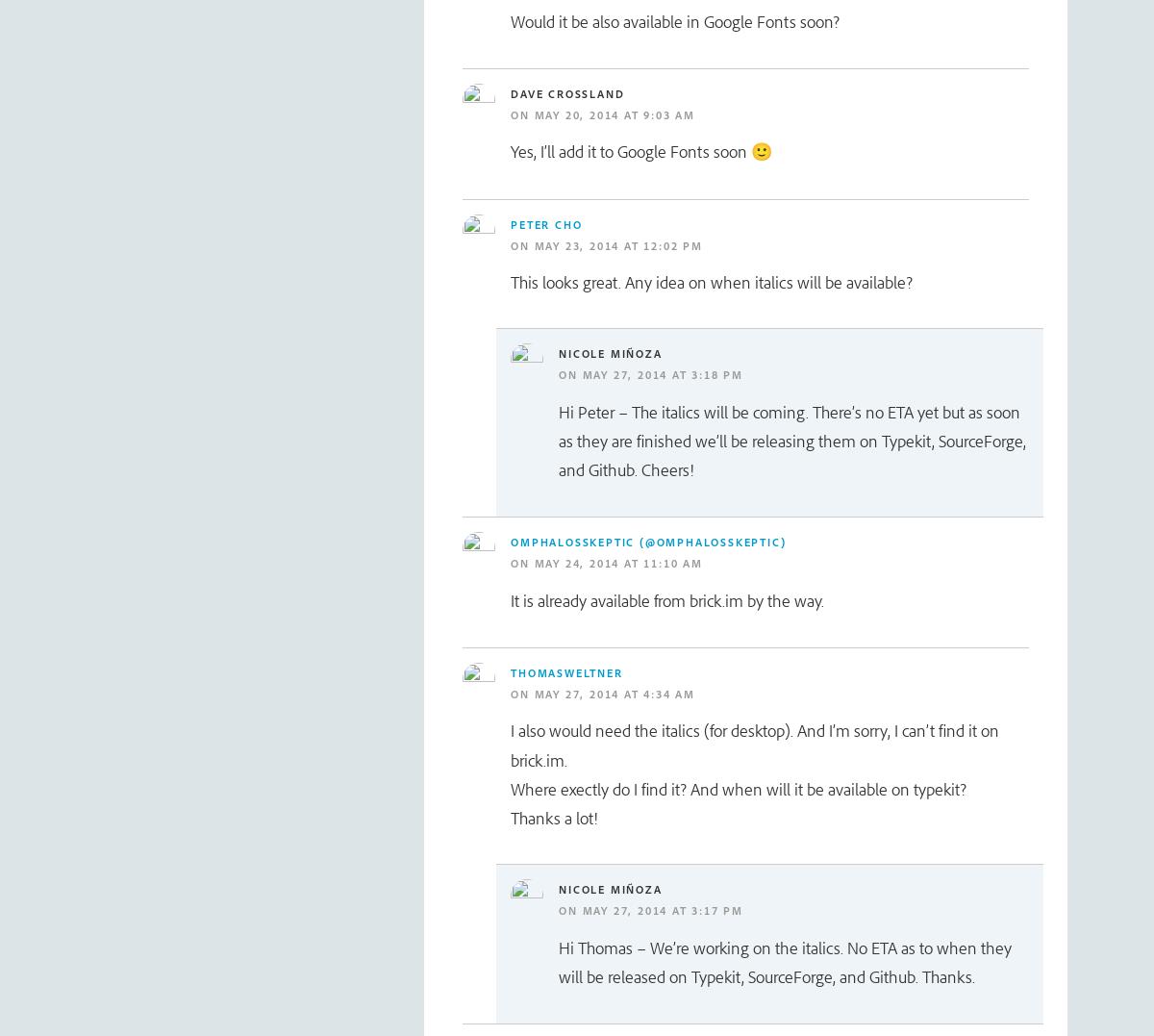  What do you see at coordinates (510, 151) in the screenshot?
I see `'Yes, I’ll add it to Google Fonts soon 🙂'` at bounding box center [510, 151].